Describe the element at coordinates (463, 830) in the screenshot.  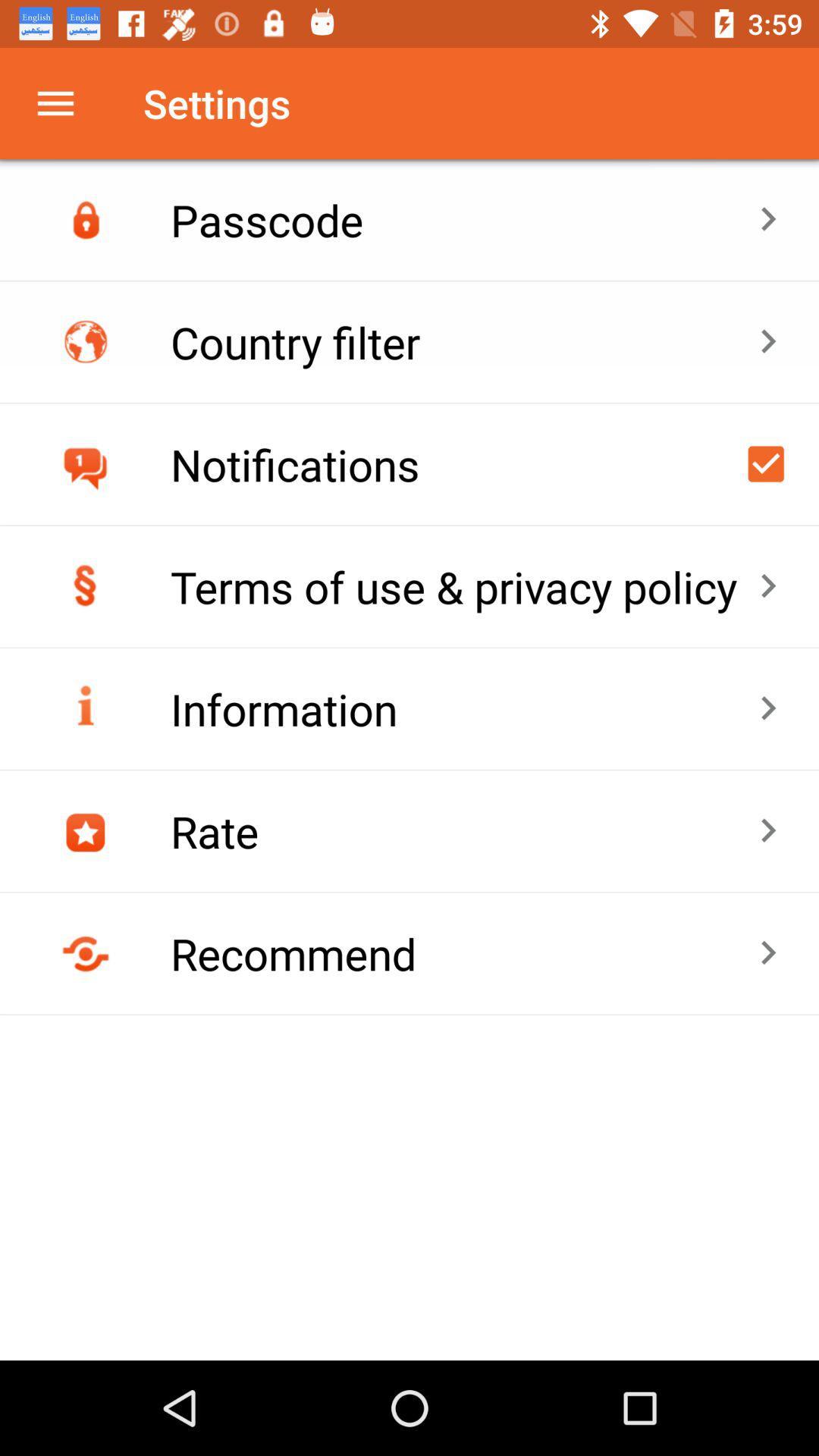
I see `the rate item` at that location.